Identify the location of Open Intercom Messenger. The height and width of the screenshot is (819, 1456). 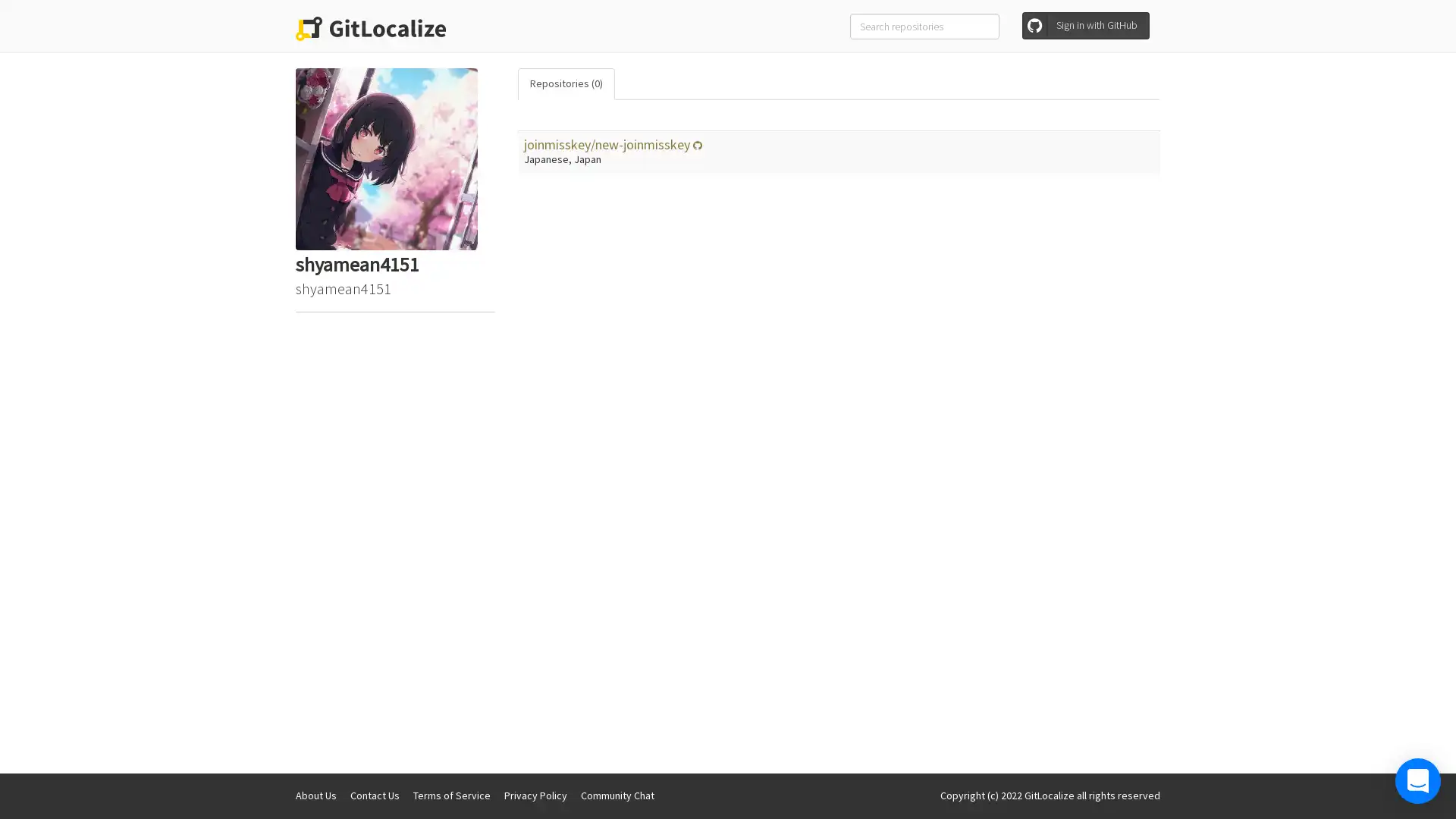
(1417, 780).